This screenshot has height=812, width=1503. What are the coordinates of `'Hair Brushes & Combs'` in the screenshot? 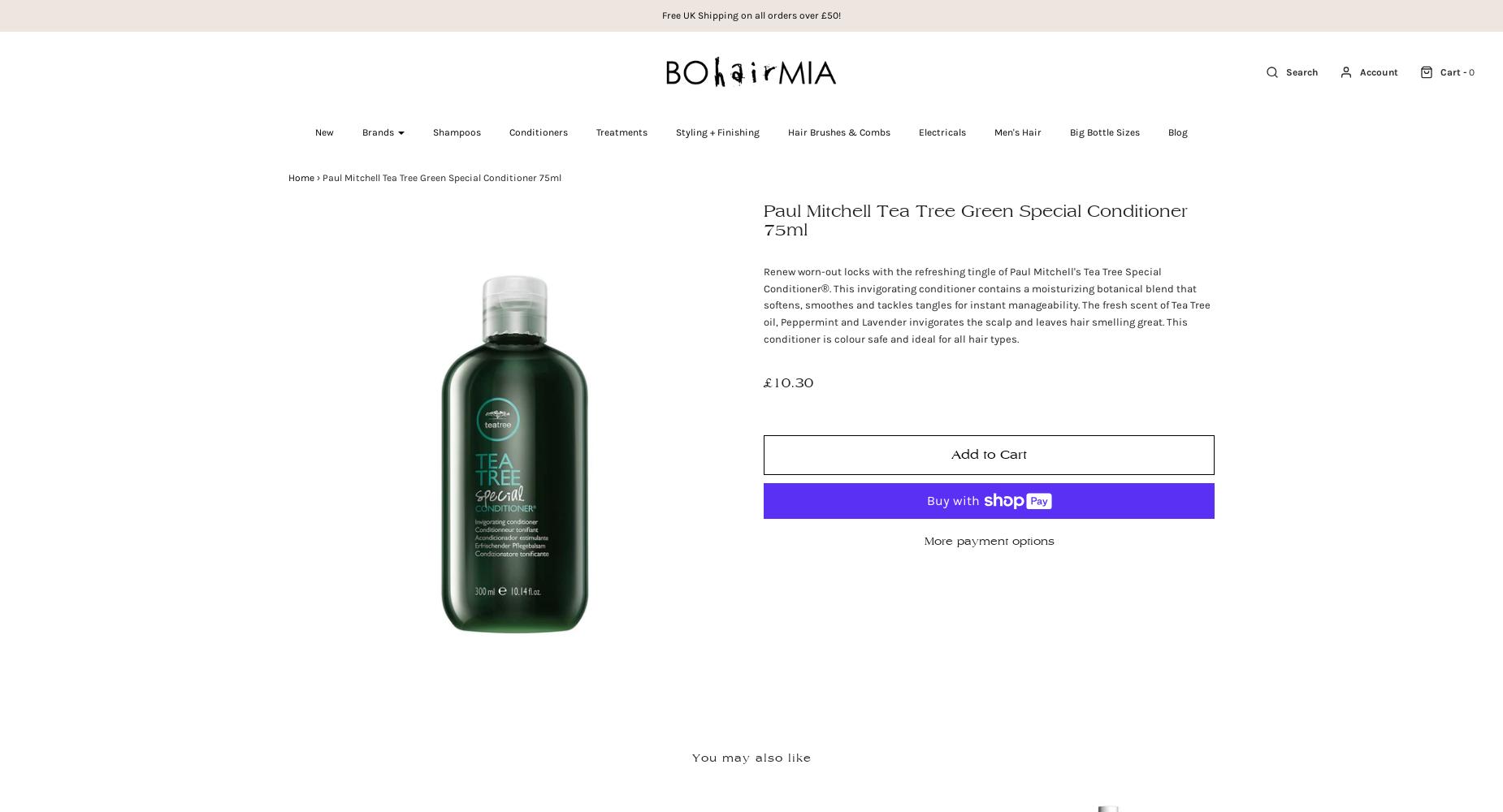 It's located at (786, 132).